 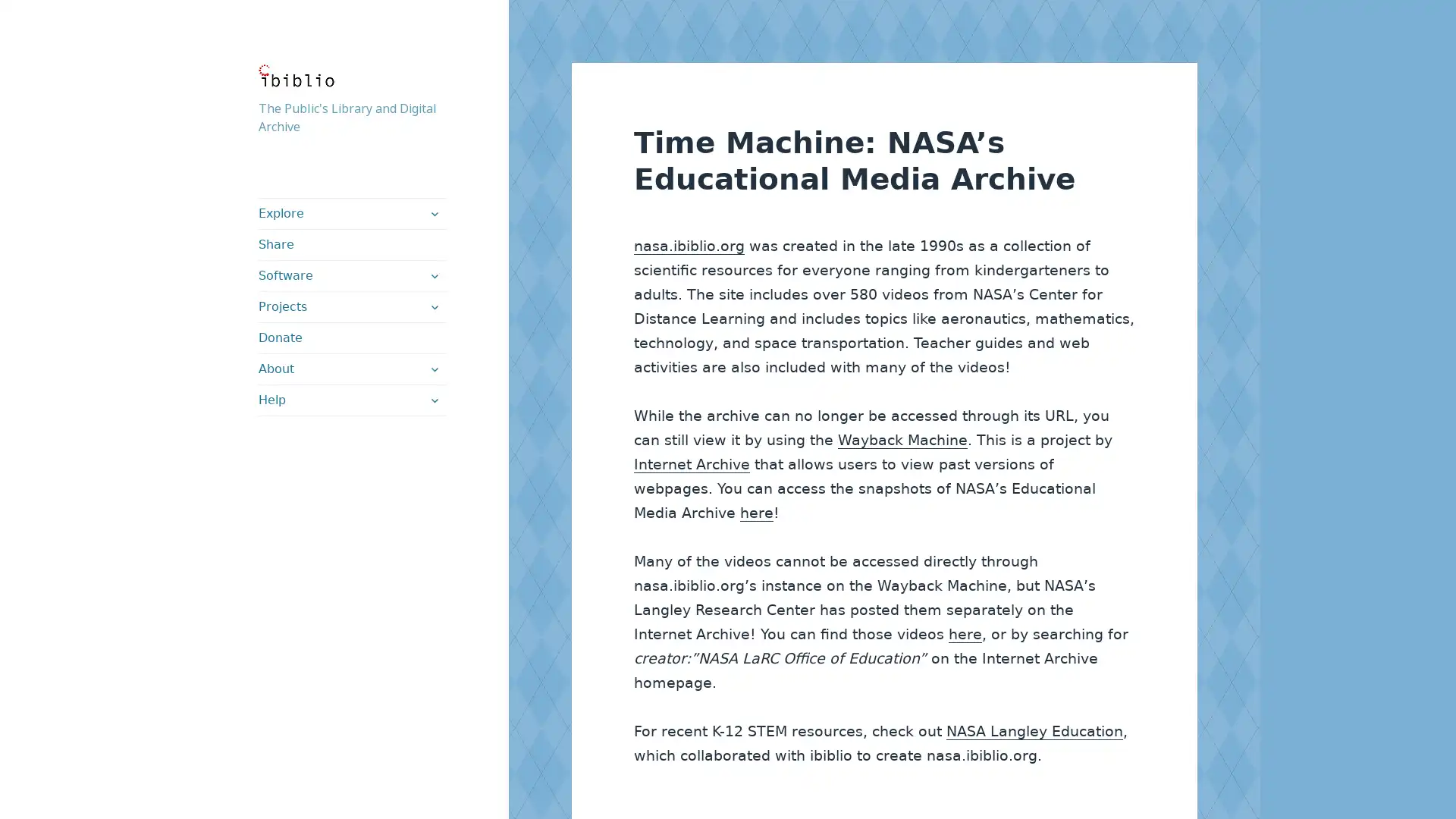 I want to click on expand child menu, so click(x=432, y=307).